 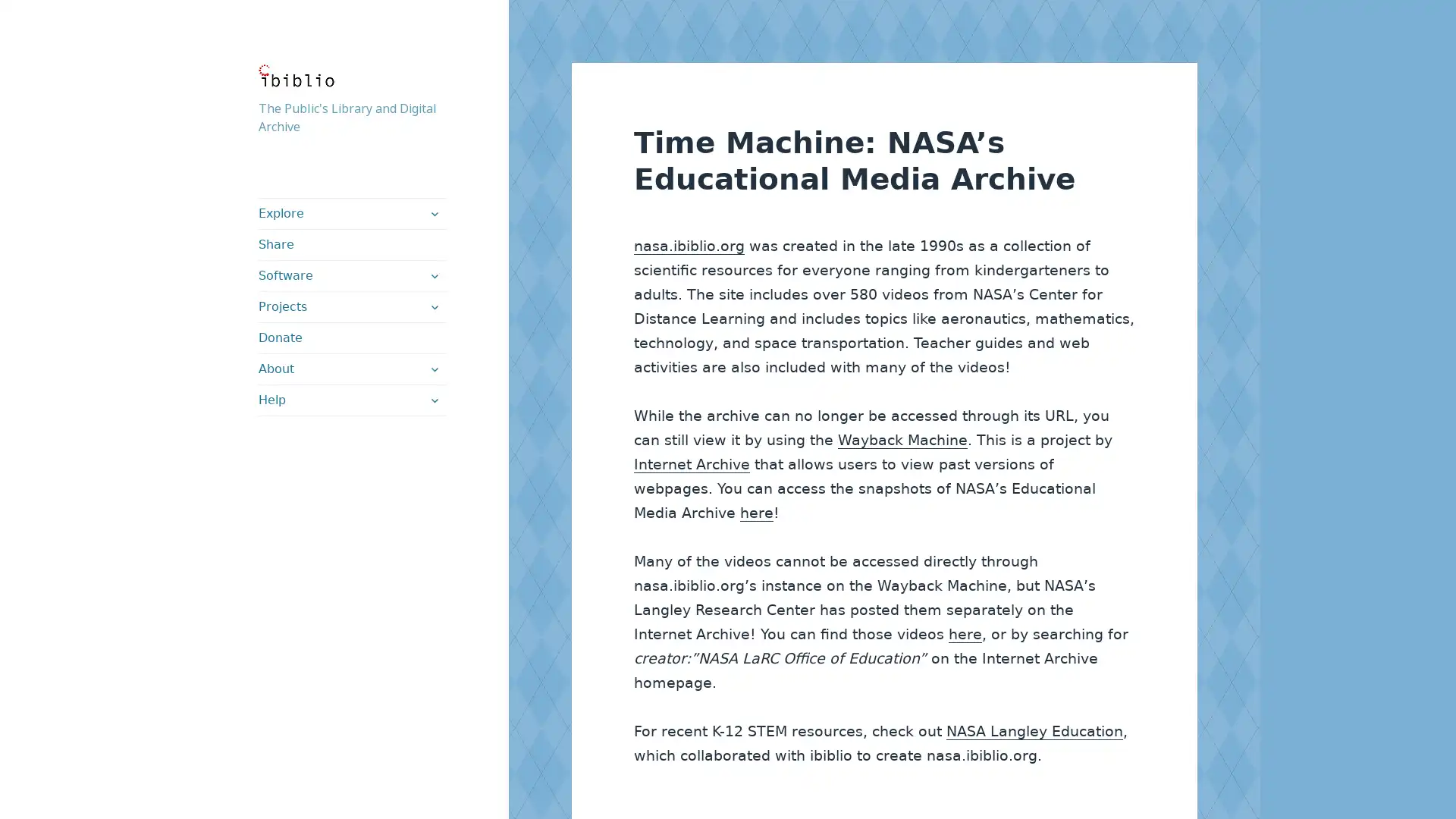 I want to click on expand child menu, so click(x=432, y=307).